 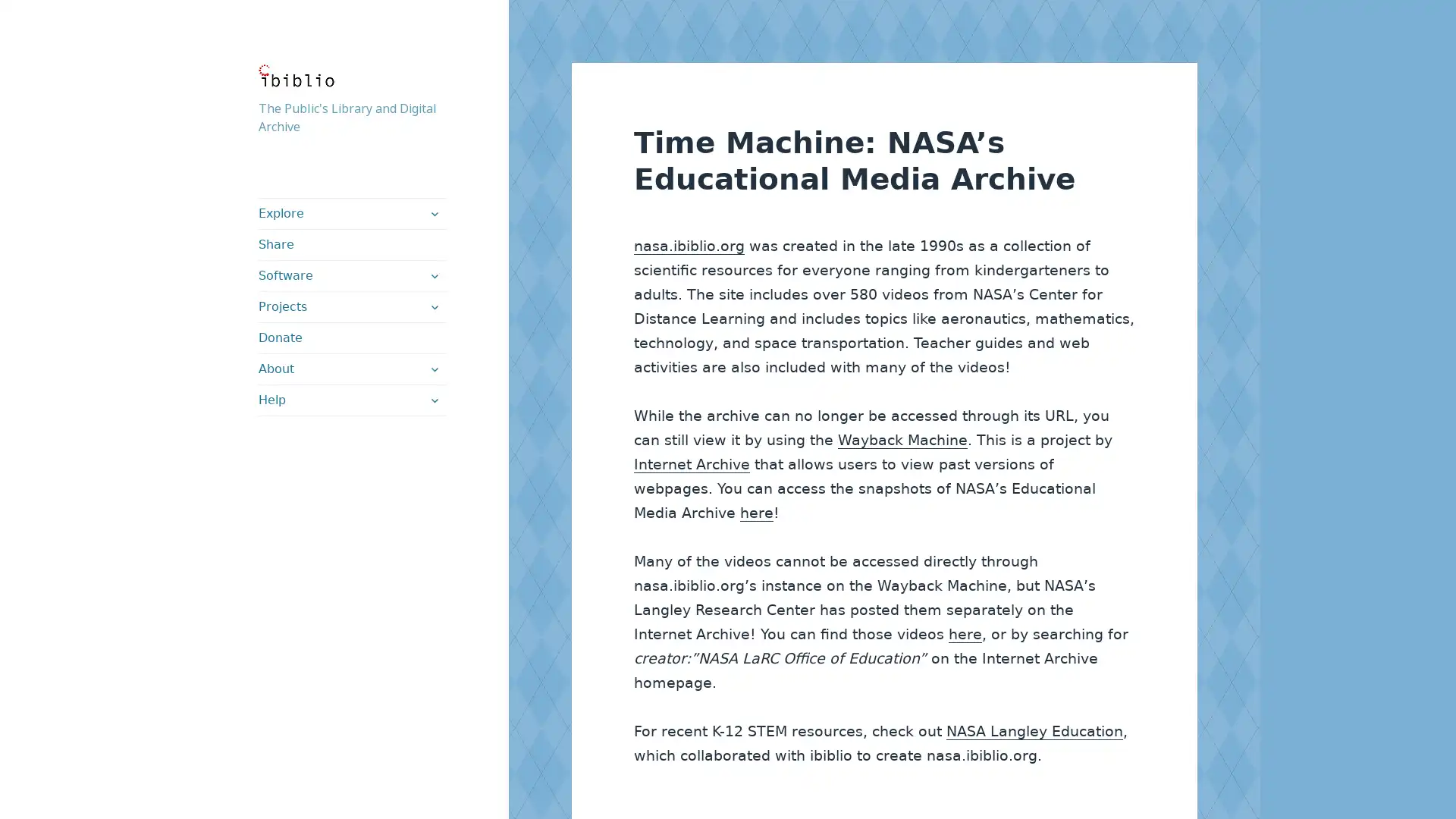 I want to click on expand child menu, so click(x=432, y=307).